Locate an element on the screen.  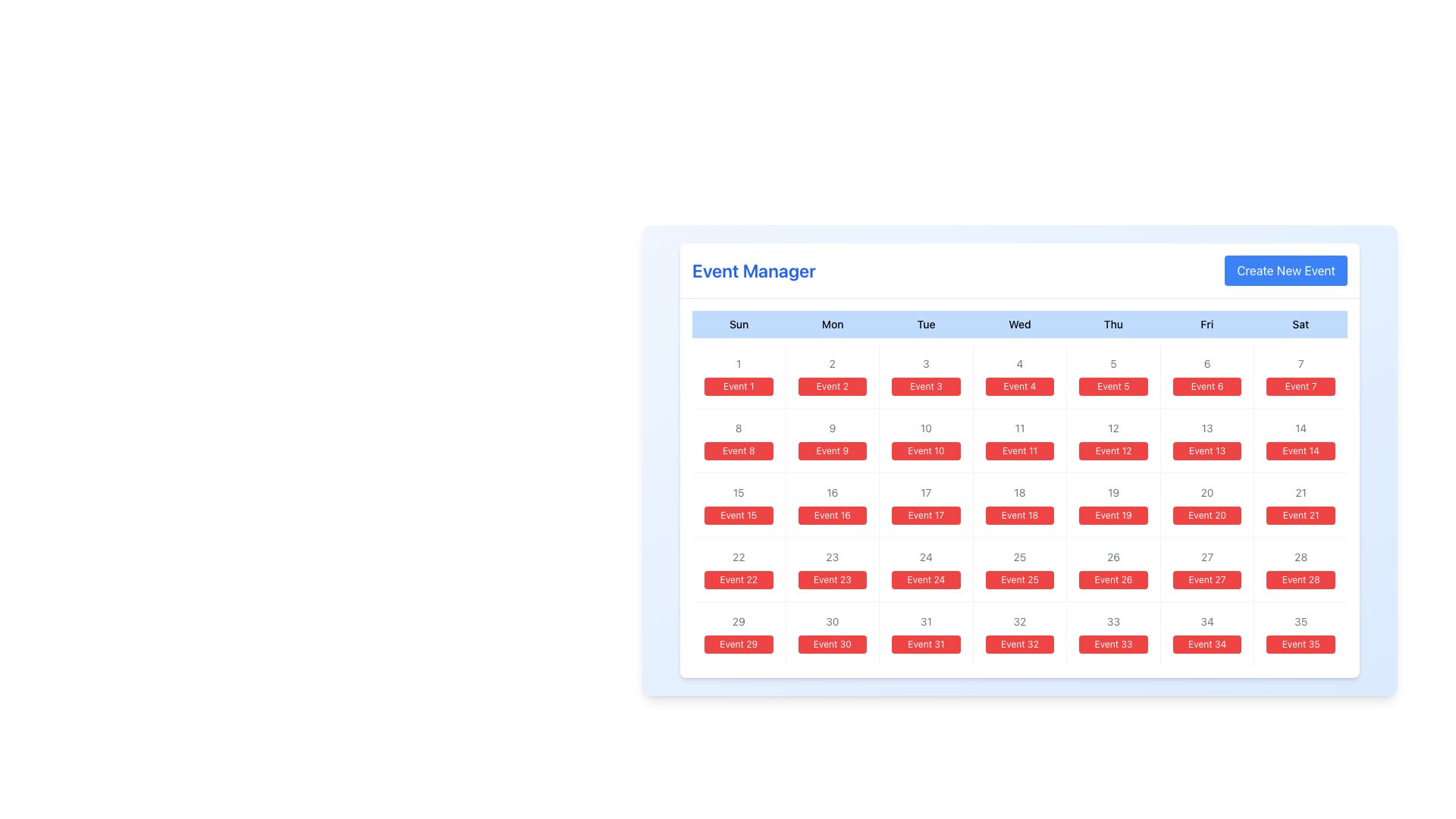
the button-like grid cell displaying '35' and 'Event 35' is located at coordinates (1300, 634).